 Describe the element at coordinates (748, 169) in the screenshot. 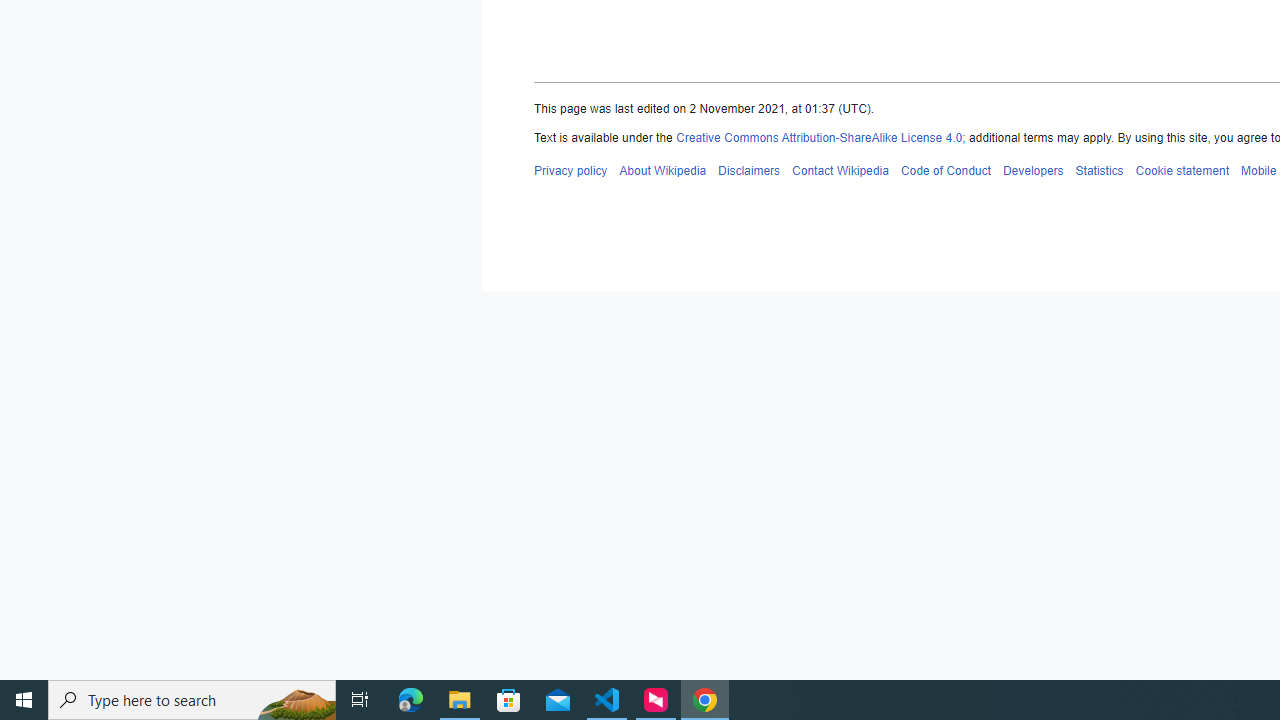

I see `'AutomationID: footer-places-disclaimers'` at that location.